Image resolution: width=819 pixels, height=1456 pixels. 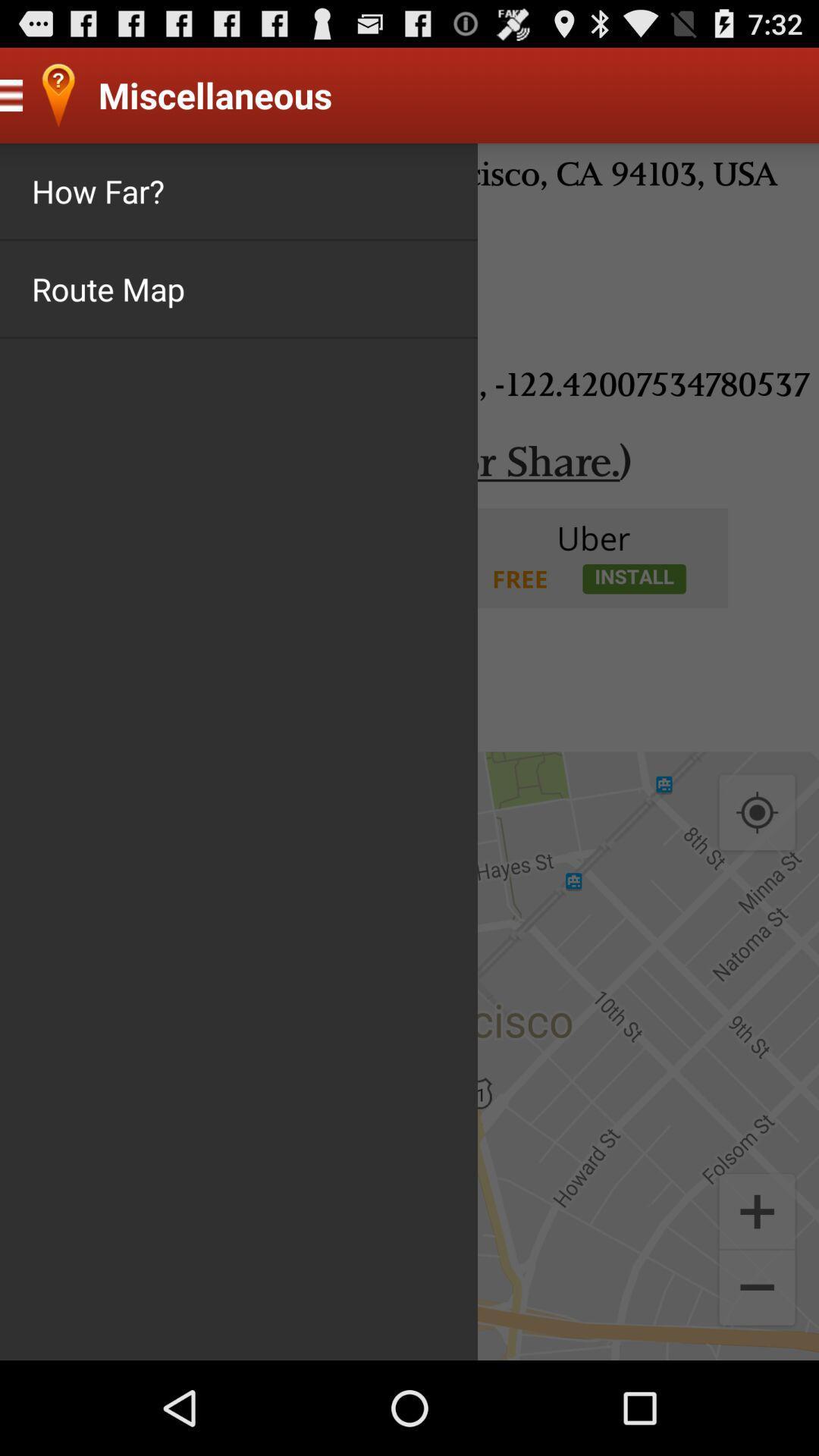 I want to click on the add icon, so click(x=757, y=1294).